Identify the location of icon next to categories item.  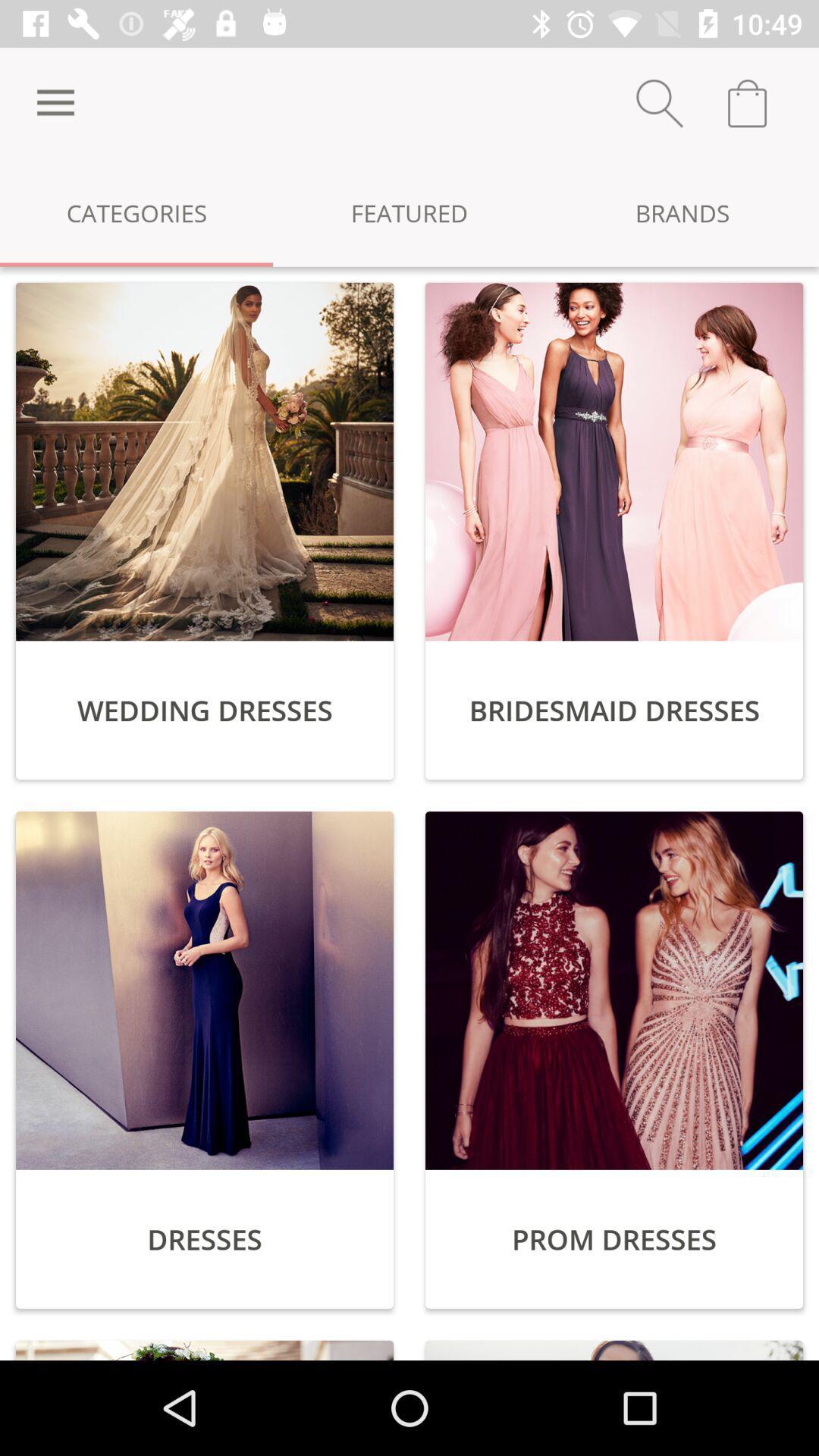
(409, 212).